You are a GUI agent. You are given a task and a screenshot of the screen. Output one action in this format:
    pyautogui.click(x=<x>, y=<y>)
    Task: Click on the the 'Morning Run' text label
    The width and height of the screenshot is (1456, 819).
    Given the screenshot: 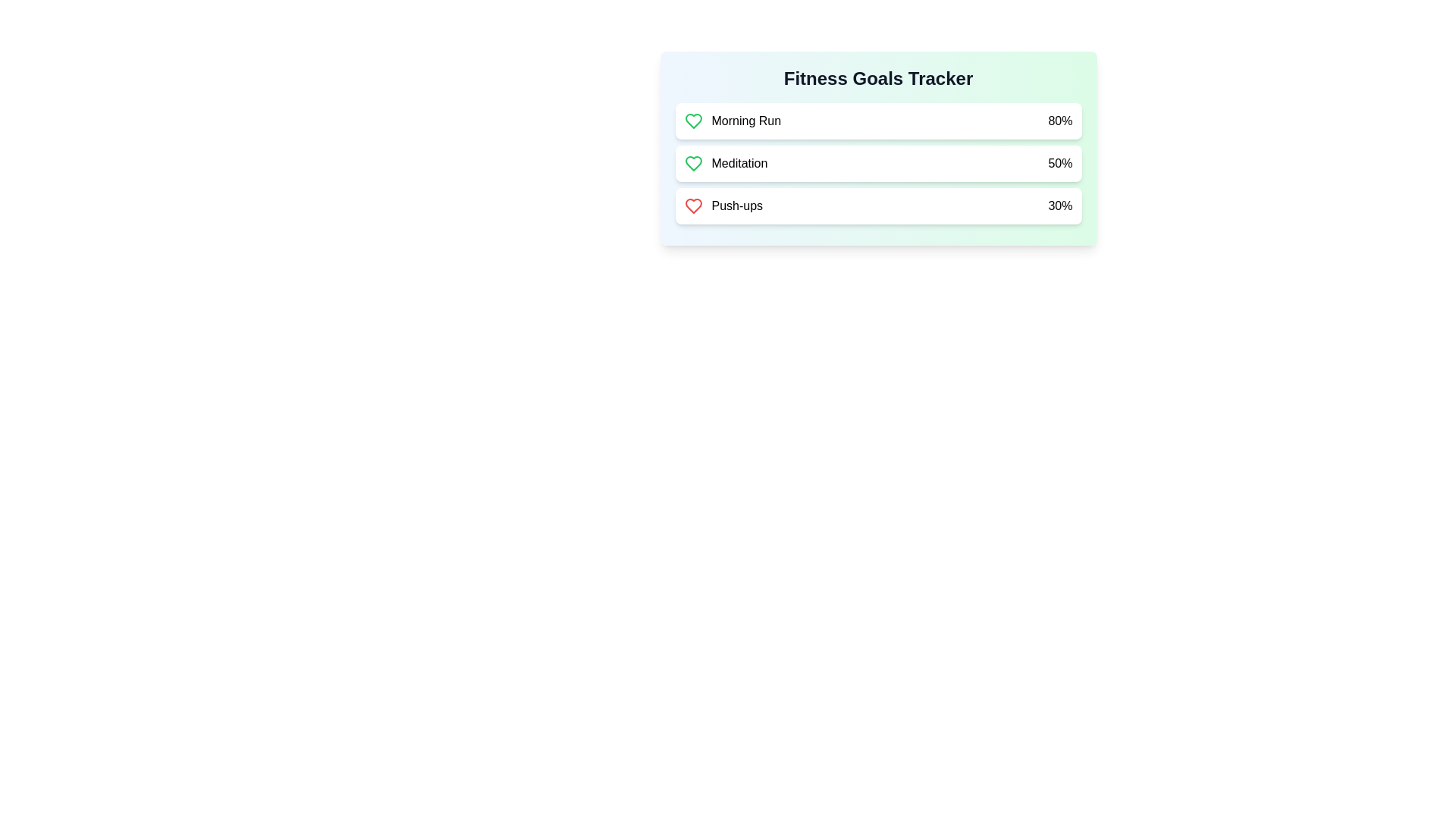 What is the action you would take?
    pyautogui.click(x=746, y=120)
    